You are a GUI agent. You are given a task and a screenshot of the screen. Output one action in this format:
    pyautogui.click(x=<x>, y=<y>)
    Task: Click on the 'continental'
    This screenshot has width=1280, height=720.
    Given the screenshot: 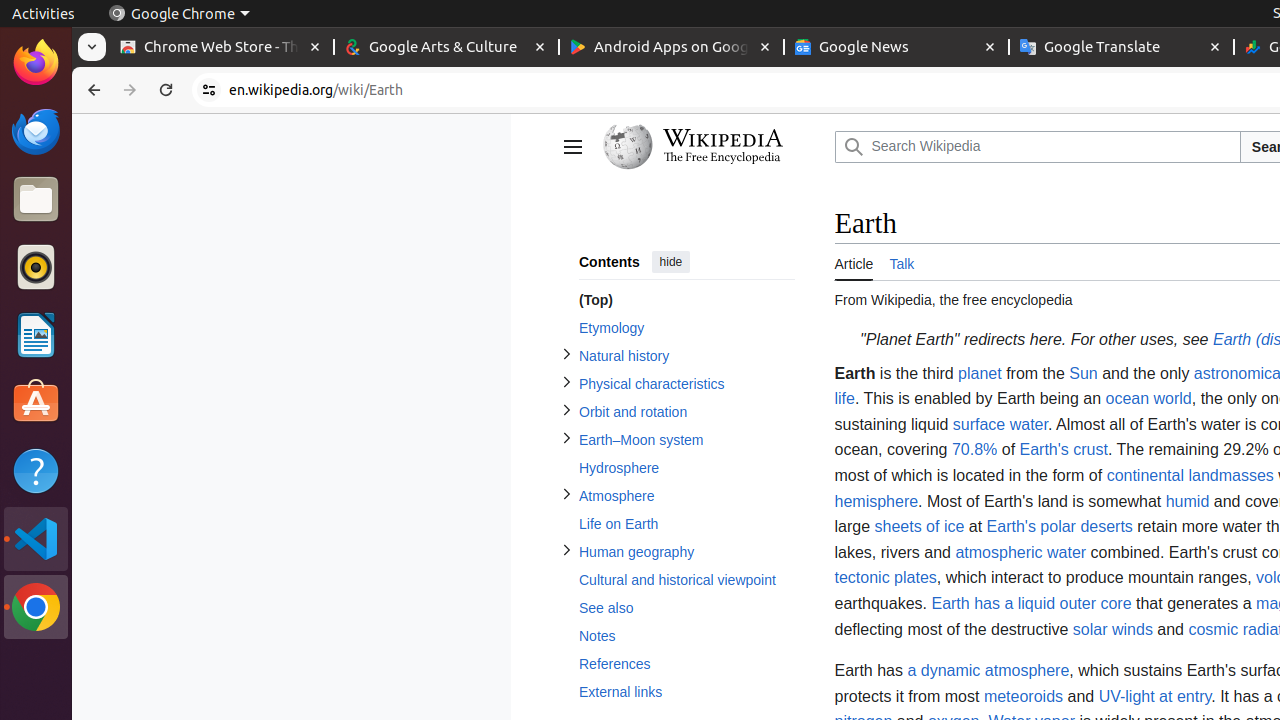 What is the action you would take?
    pyautogui.click(x=1145, y=475)
    